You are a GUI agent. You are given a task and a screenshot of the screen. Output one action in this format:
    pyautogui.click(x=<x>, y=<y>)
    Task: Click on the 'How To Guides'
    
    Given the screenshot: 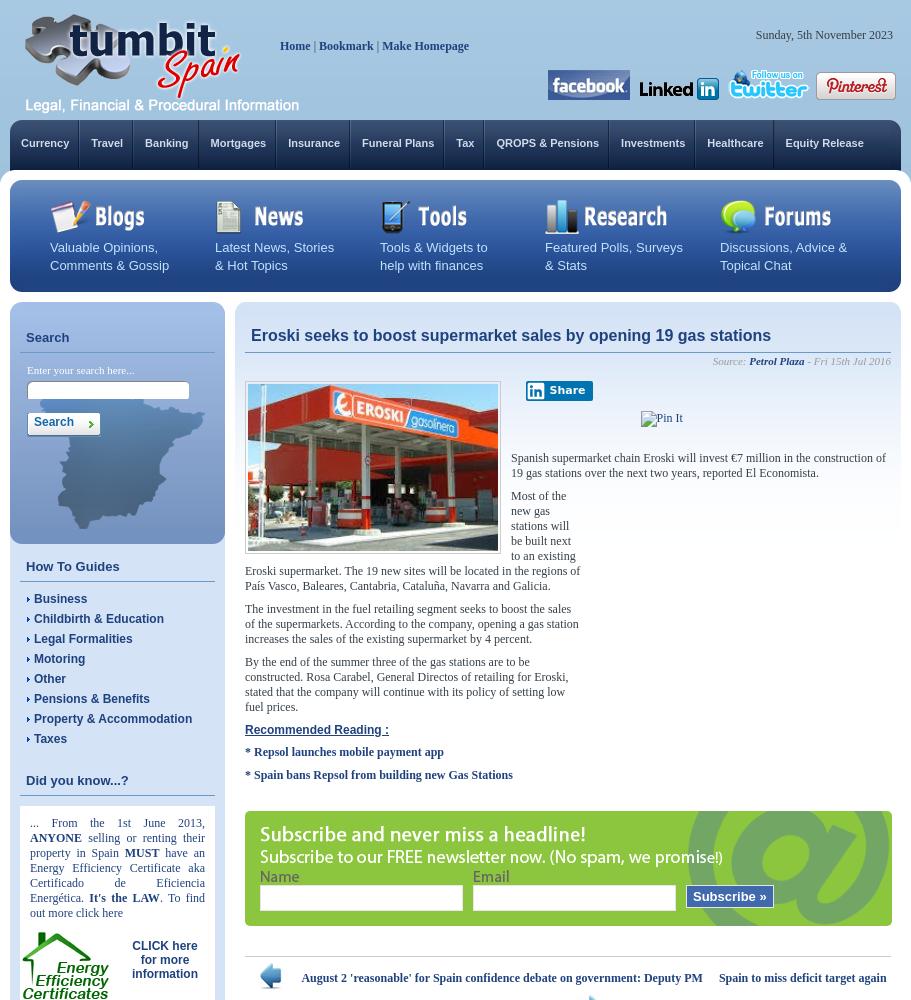 What is the action you would take?
    pyautogui.click(x=25, y=565)
    